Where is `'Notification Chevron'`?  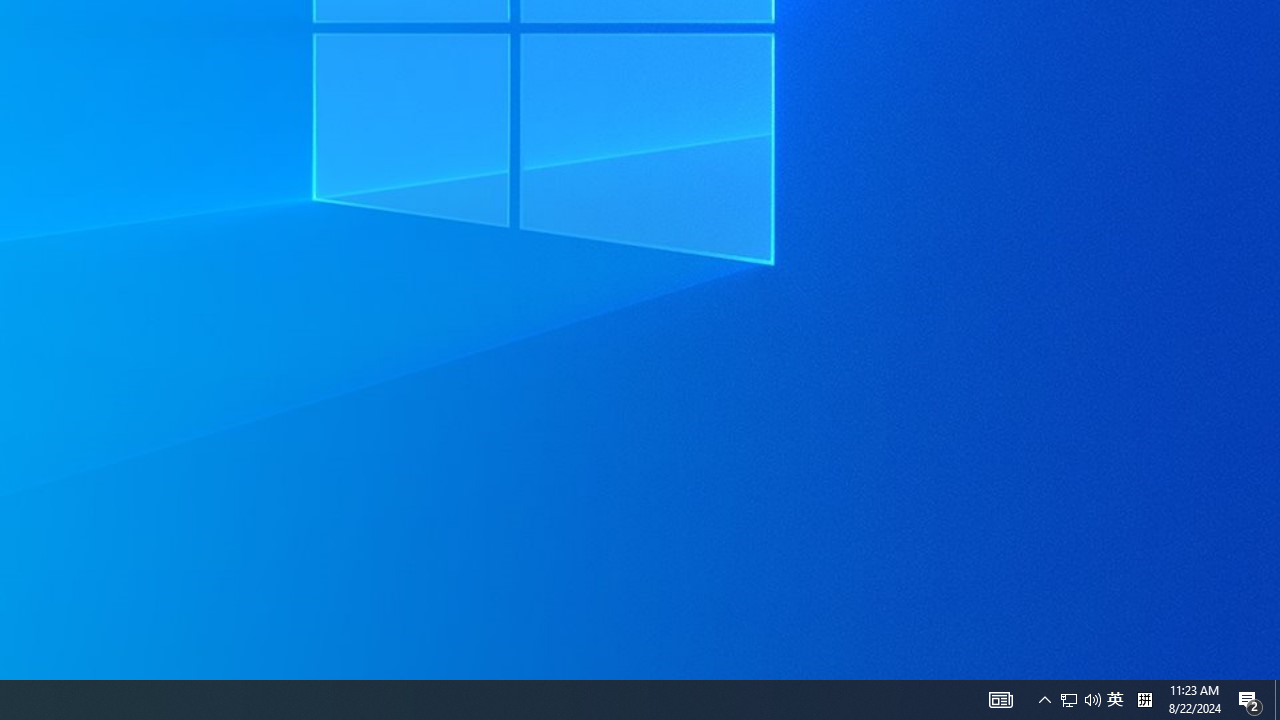
'Notification Chevron' is located at coordinates (1000, 698).